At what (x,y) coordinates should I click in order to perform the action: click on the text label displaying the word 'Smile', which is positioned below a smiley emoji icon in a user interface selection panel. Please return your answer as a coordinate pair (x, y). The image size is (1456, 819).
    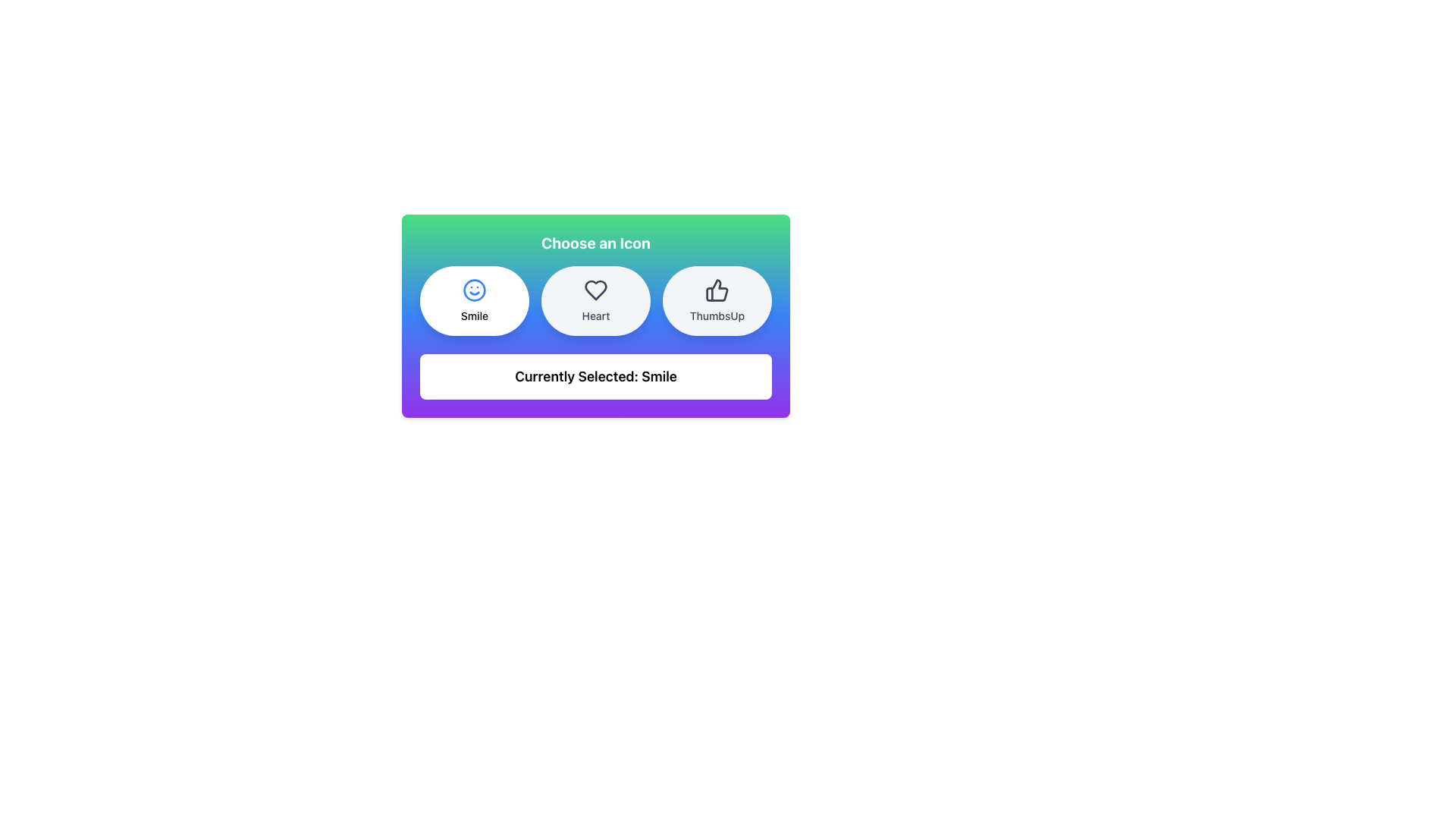
    Looking at the image, I should click on (473, 315).